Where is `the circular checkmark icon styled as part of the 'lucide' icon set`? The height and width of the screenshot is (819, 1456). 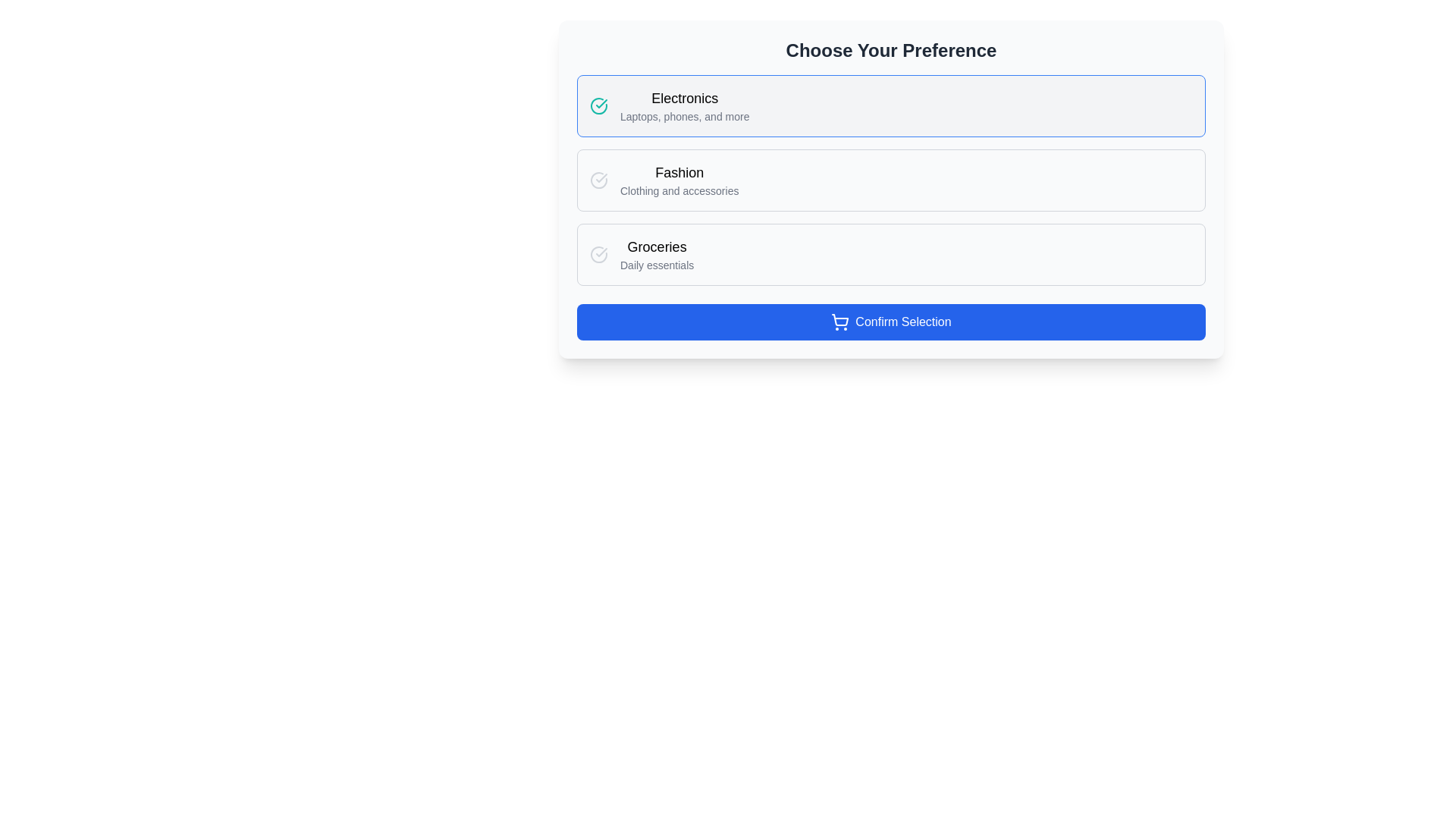
the circular checkmark icon styled as part of the 'lucide' icon set is located at coordinates (598, 180).